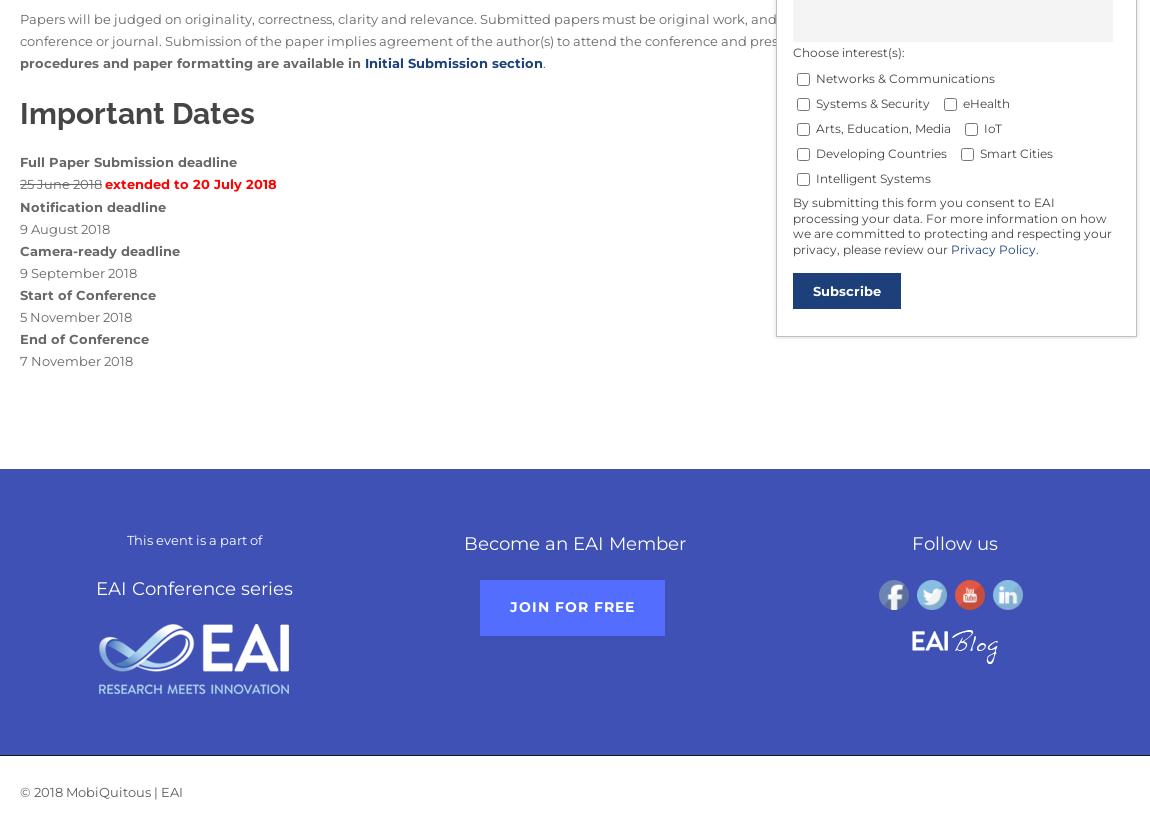  What do you see at coordinates (19, 227) in the screenshot?
I see `'9 August 2018'` at bounding box center [19, 227].